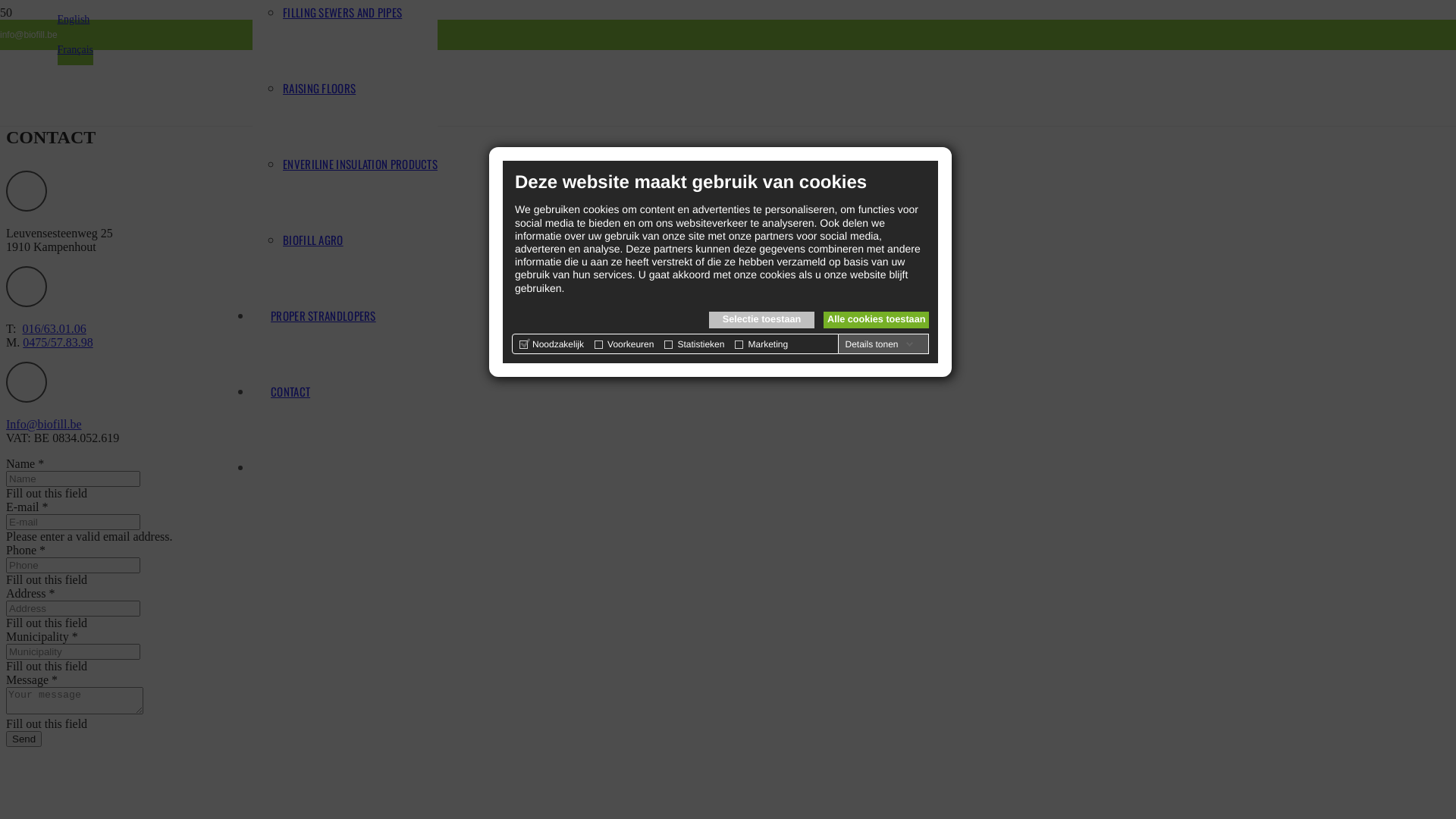  Describe the element at coordinates (359, 164) in the screenshot. I see `'ENVERILINE INSULATION PRODUCTS'` at that location.